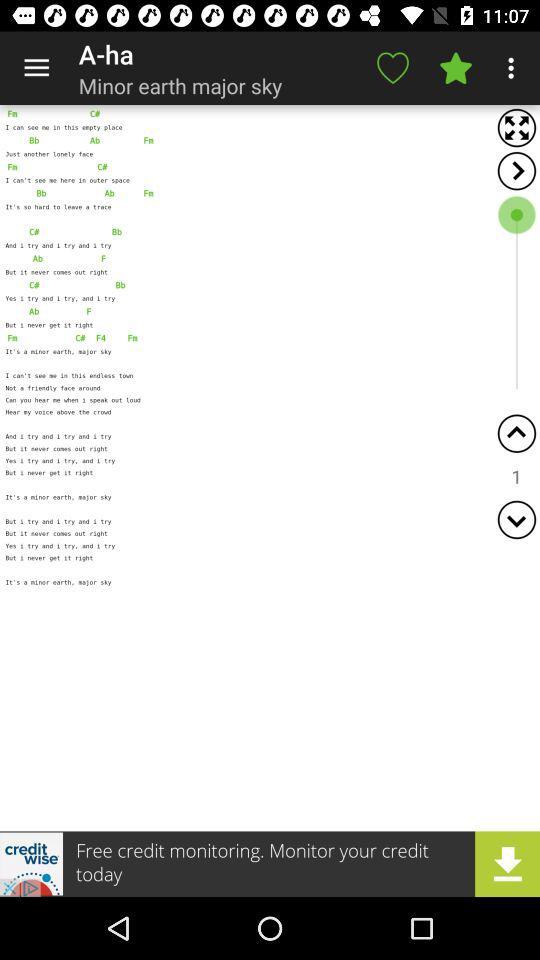 This screenshot has height=960, width=540. What do you see at coordinates (516, 127) in the screenshot?
I see `full screen` at bounding box center [516, 127].